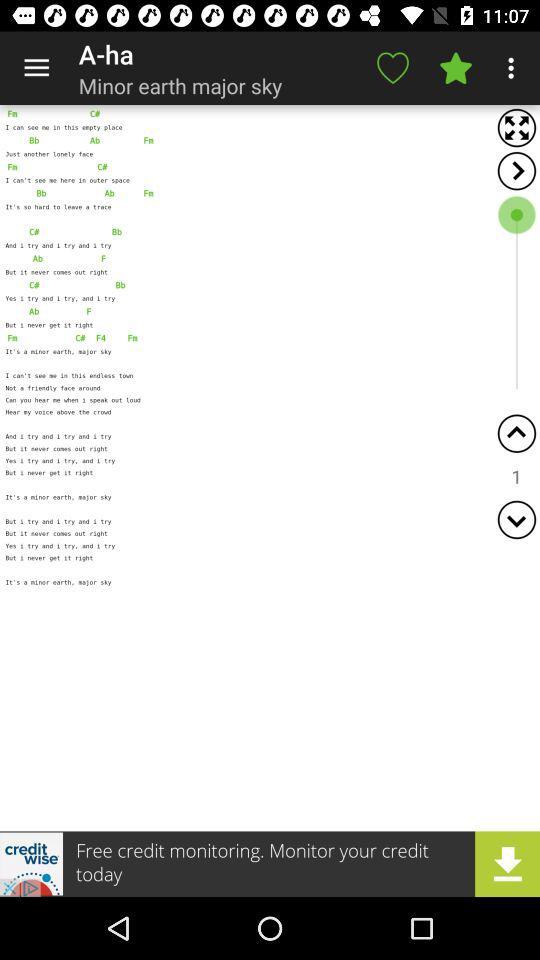 This screenshot has height=960, width=540. What do you see at coordinates (516, 127) in the screenshot?
I see `full screen` at bounding box center [516, 127].